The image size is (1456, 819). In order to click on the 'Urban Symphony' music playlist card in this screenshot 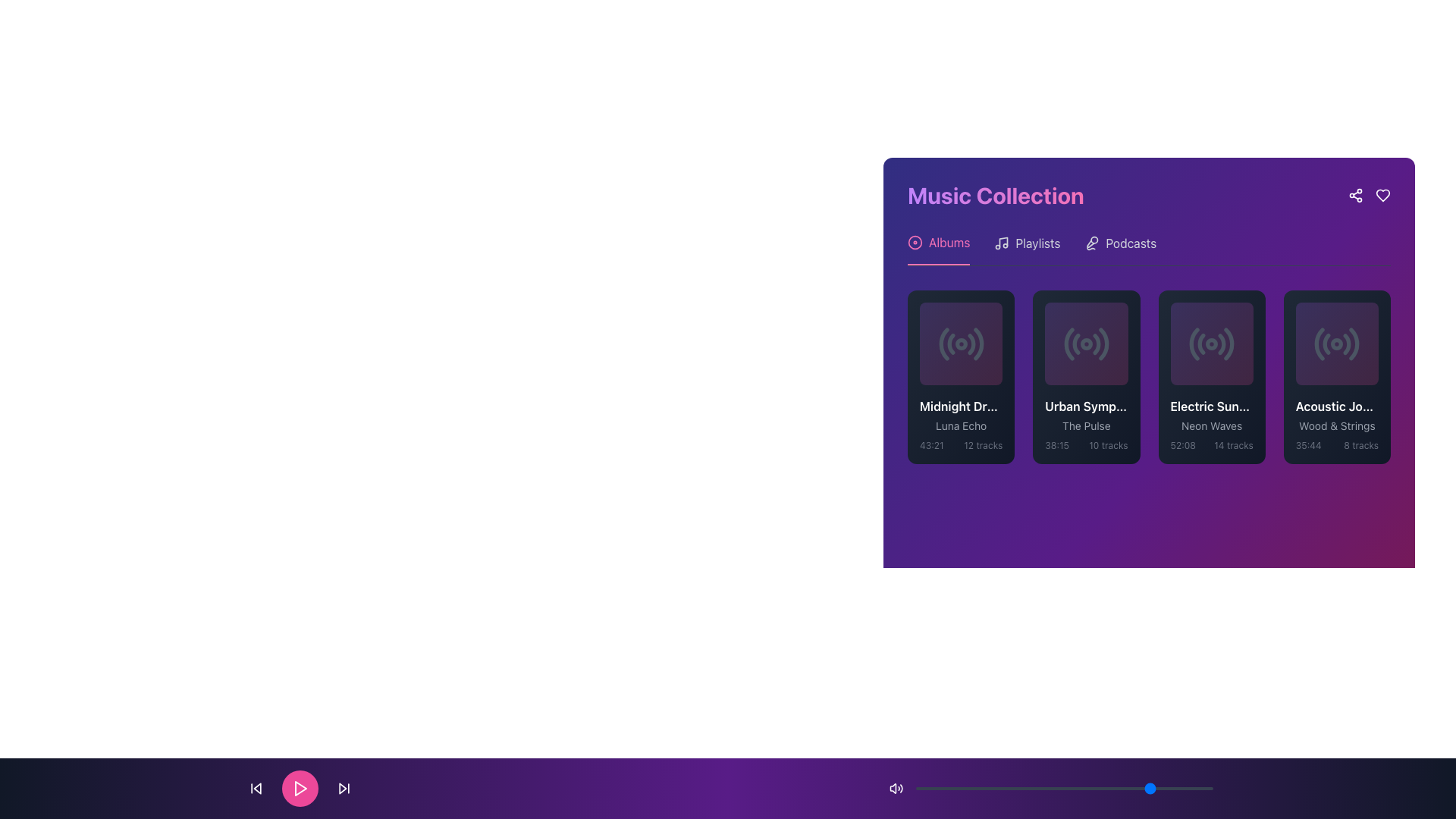, I will do `click(1085, 376)`.